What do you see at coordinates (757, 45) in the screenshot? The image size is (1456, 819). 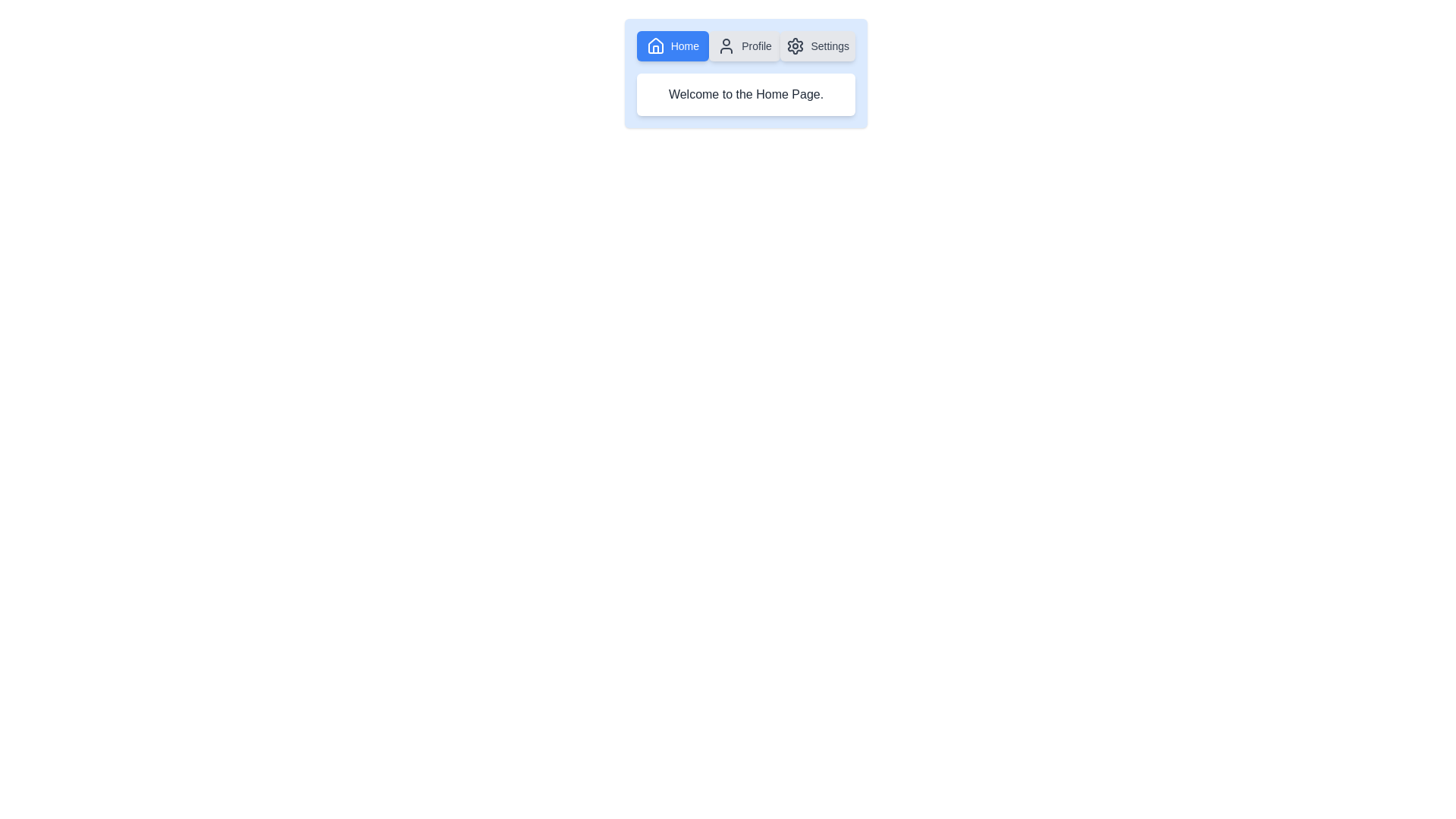 I see `the 'Profile' label in the navigation bar, which is located between the user icon and the gear icon` at bounding box center [757, 45].